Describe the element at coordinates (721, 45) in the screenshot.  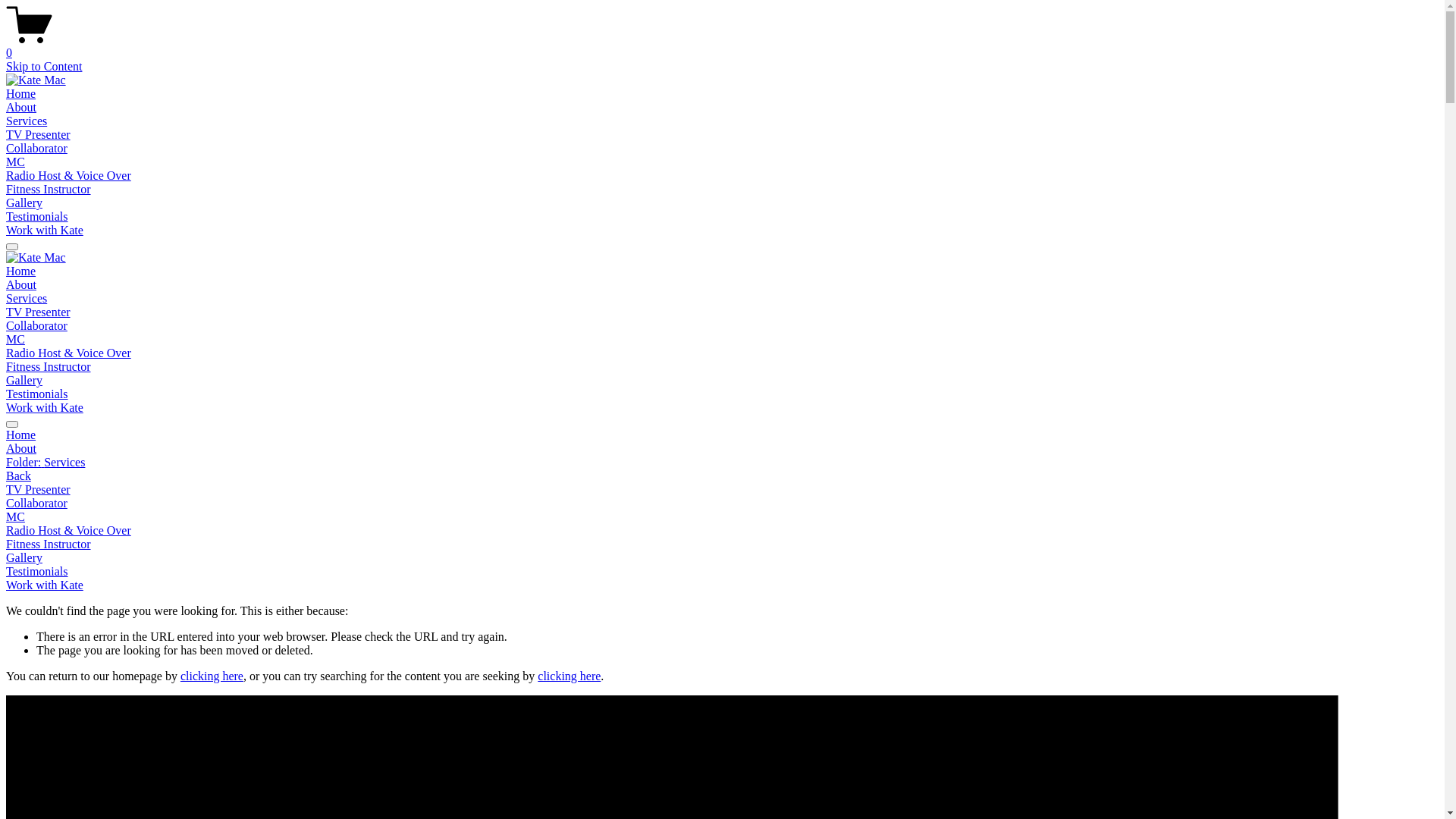
I see `'0'` at that location.